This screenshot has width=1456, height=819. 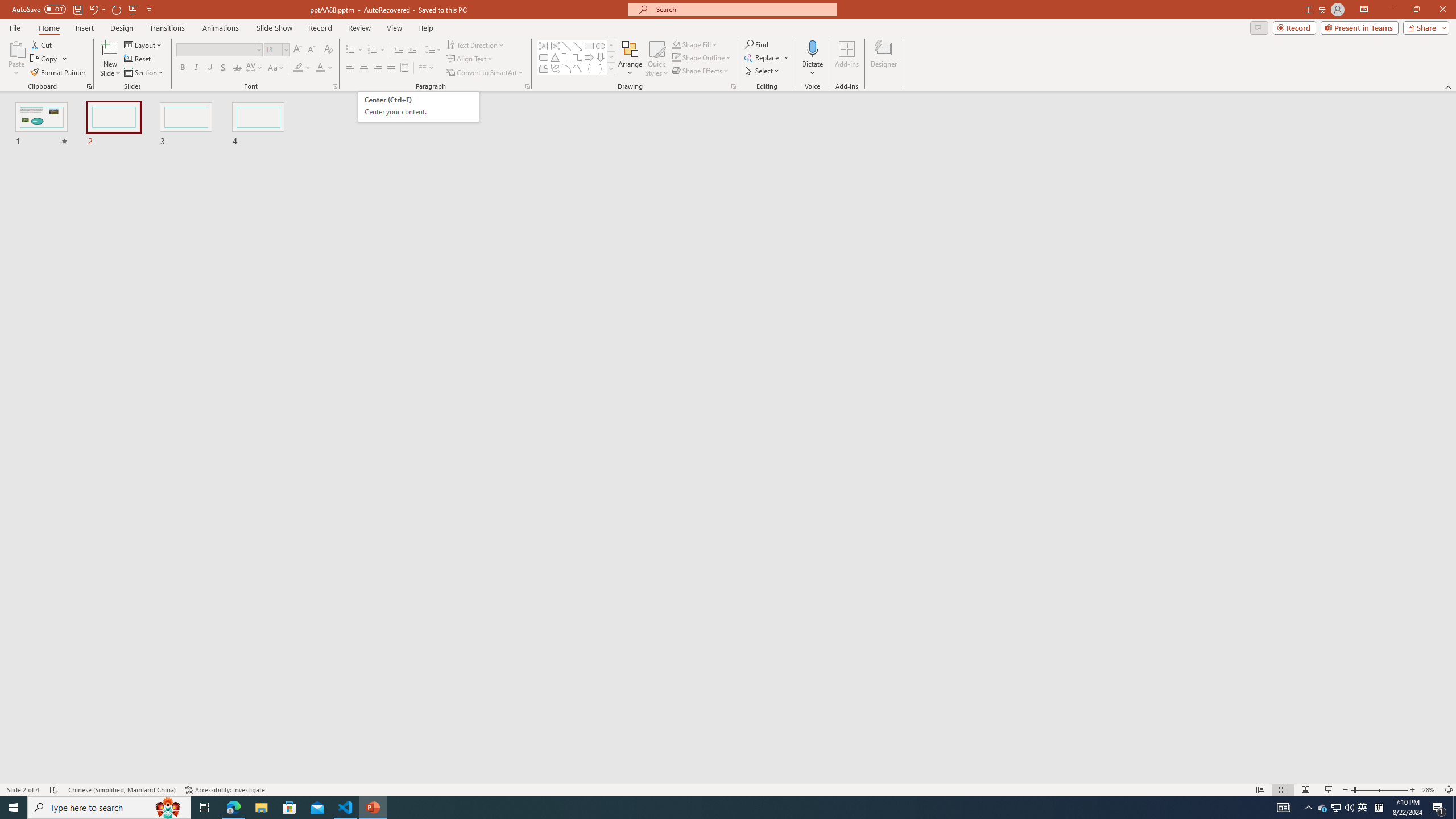 I want to click on 'Shape Fill Aqua, Accent 2', so click(x=676, y=44).